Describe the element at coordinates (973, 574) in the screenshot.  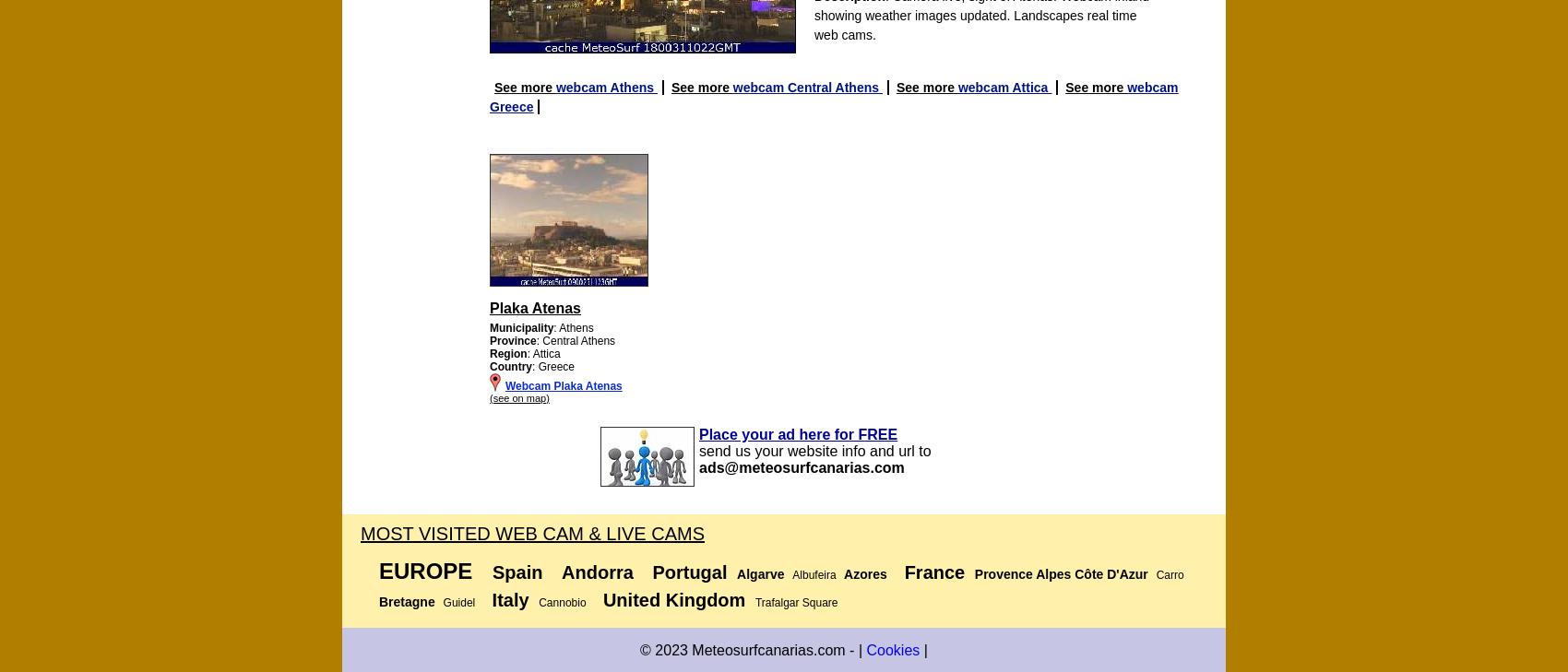
I see `'Provence Alpes Côte D'Azur'` at that location.